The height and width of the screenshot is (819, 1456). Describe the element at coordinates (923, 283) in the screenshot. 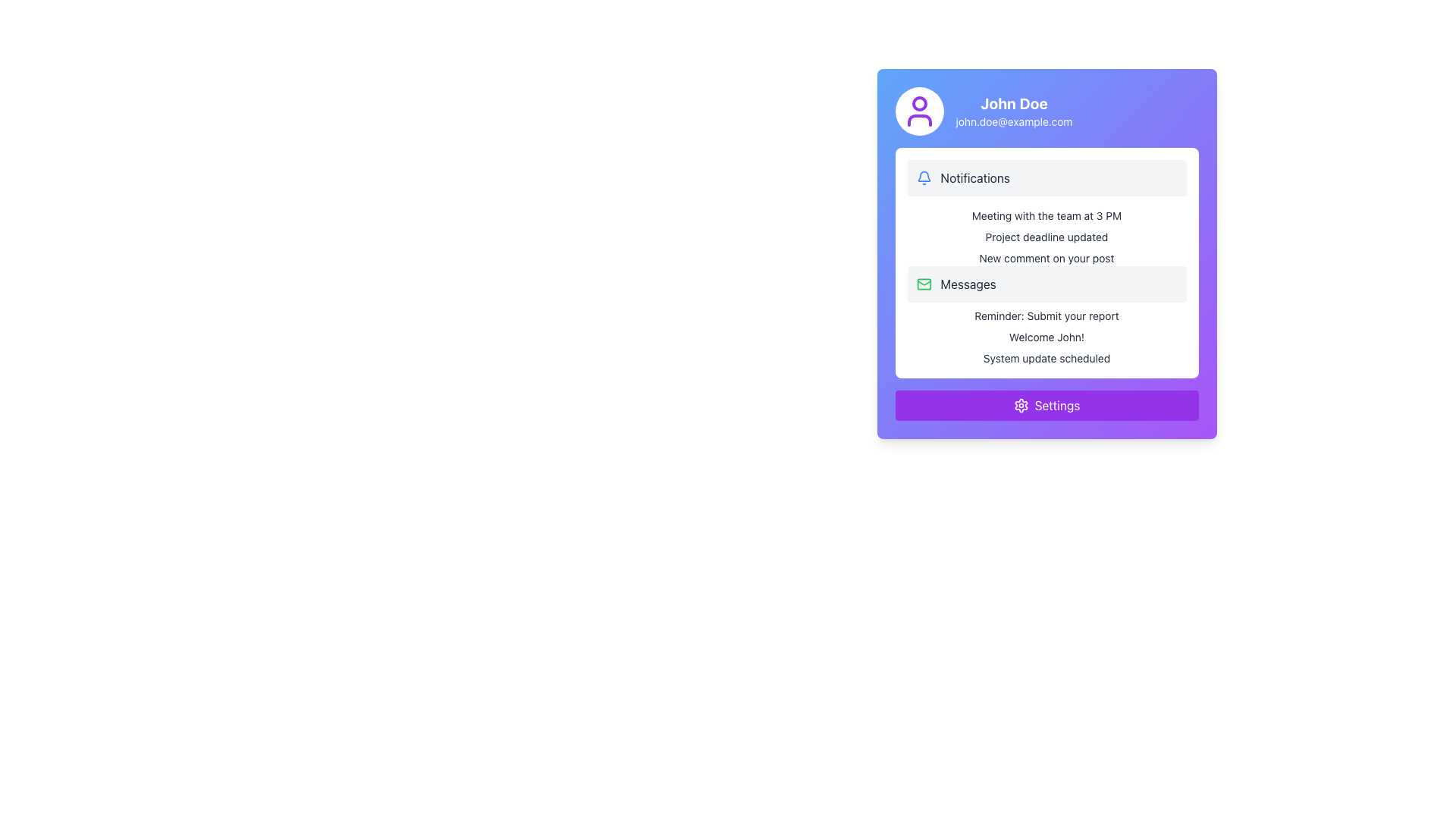

I see `the green curved line resembling an envelope's flap, which is part of the mail envelope icon in the 'Messages' section` at that location.